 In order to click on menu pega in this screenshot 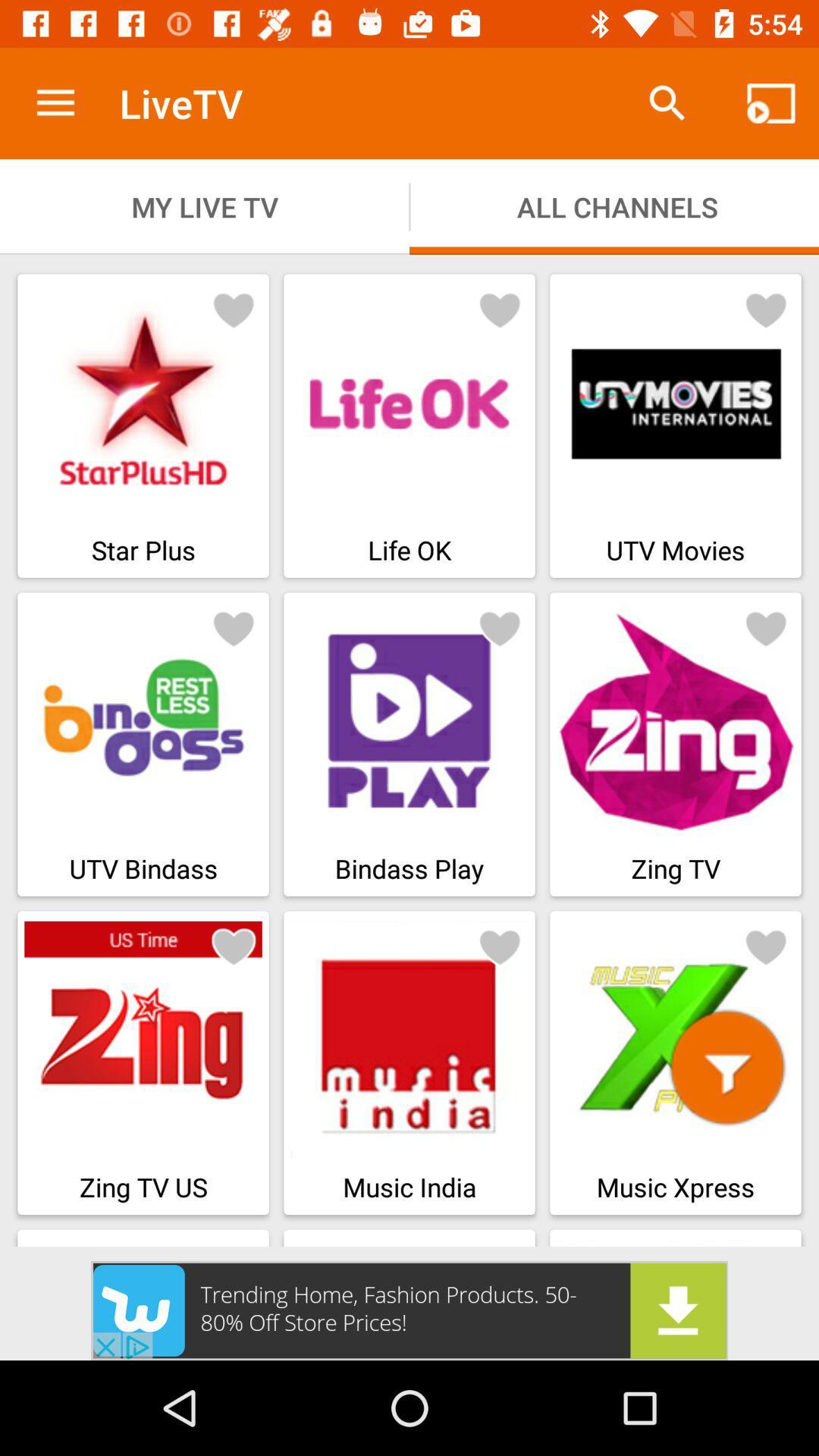, I will do `click(234, 628)`.